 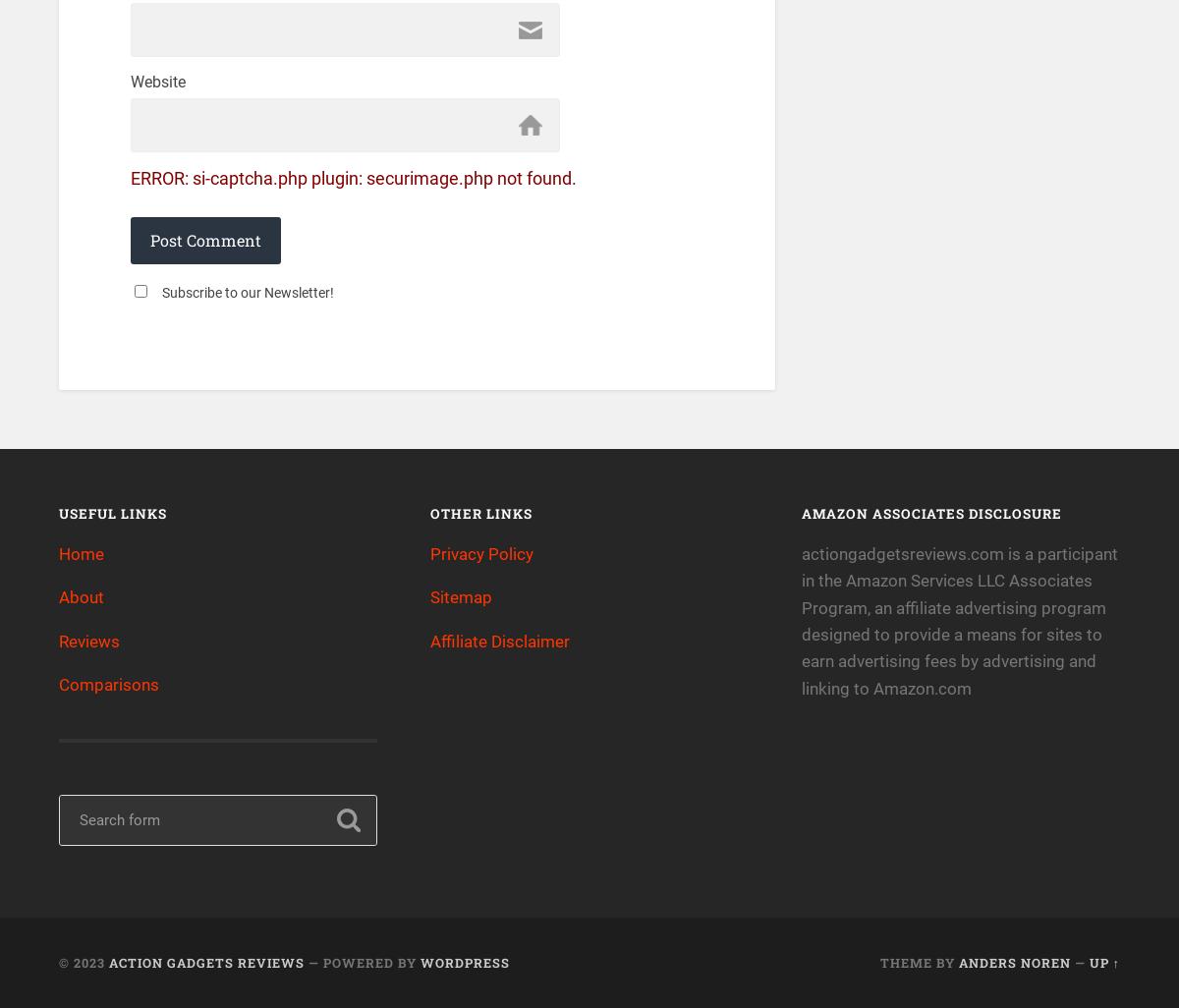 I want to click on 'Reviews', so click(x=59, y=641).